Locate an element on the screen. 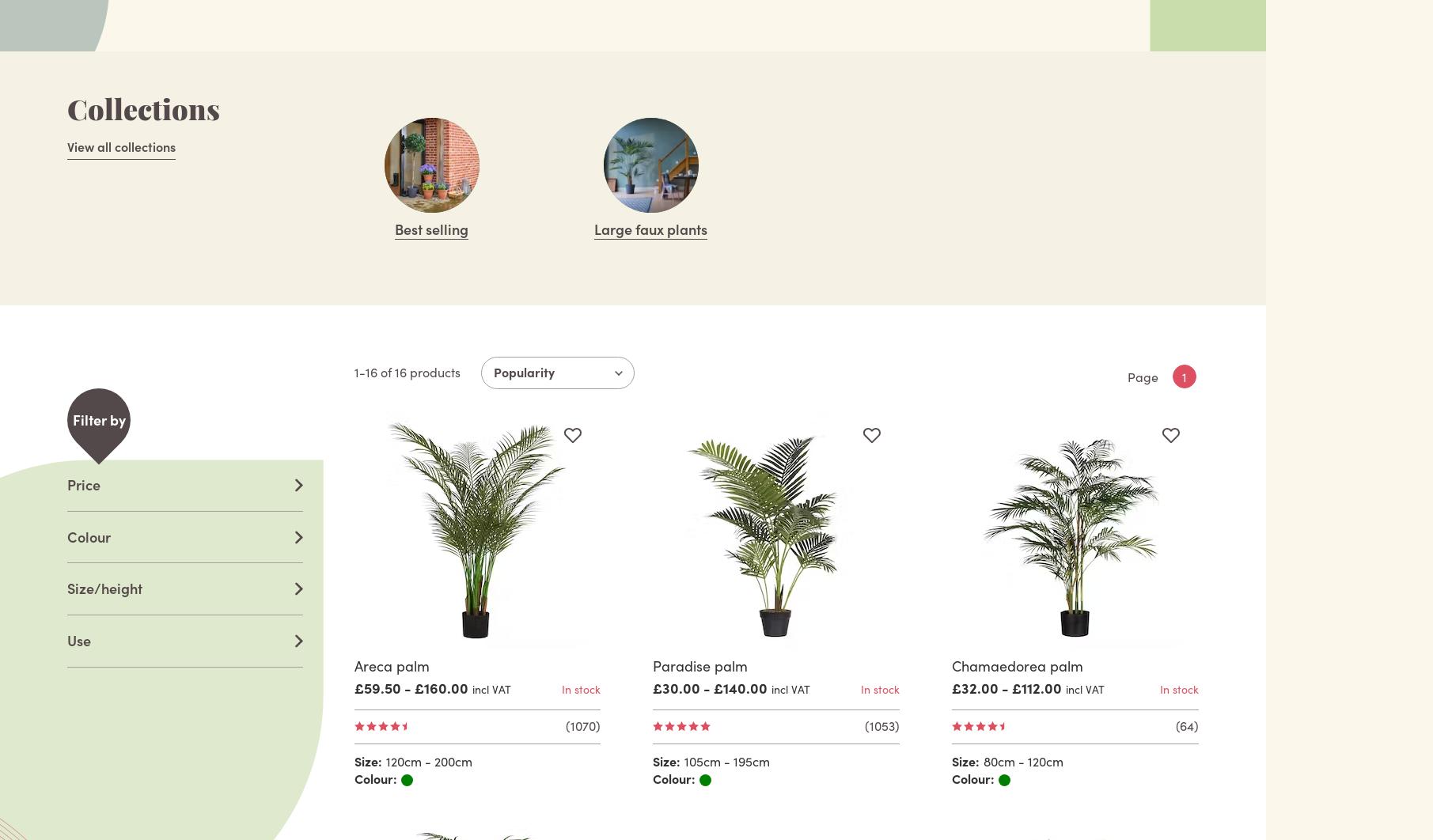 This screenshot has width=1433, height=840. 'Areca palm' is located at coordinates (391, 664).